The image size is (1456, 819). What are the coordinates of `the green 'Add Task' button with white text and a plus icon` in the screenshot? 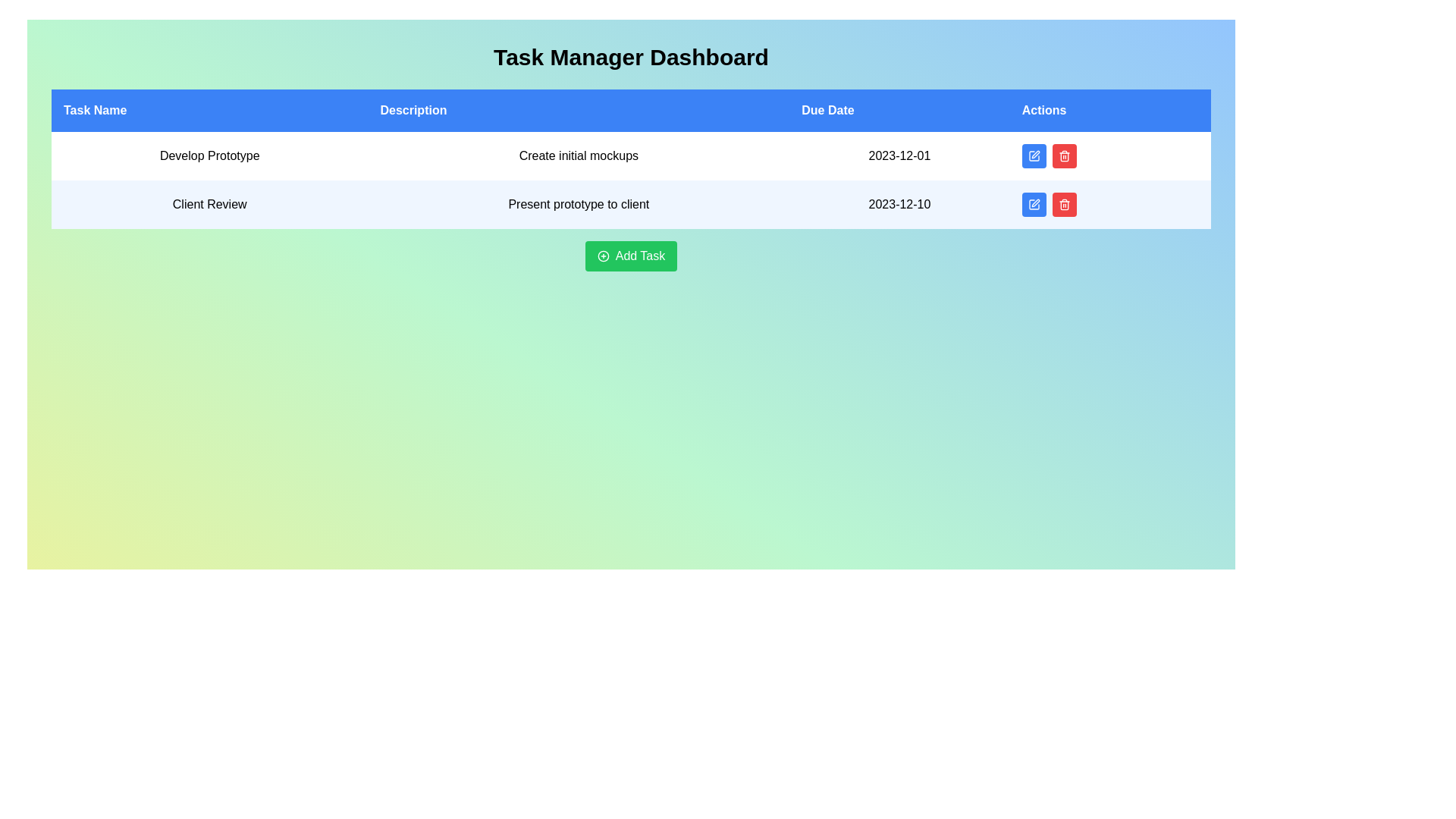 It's located at (631, 256).